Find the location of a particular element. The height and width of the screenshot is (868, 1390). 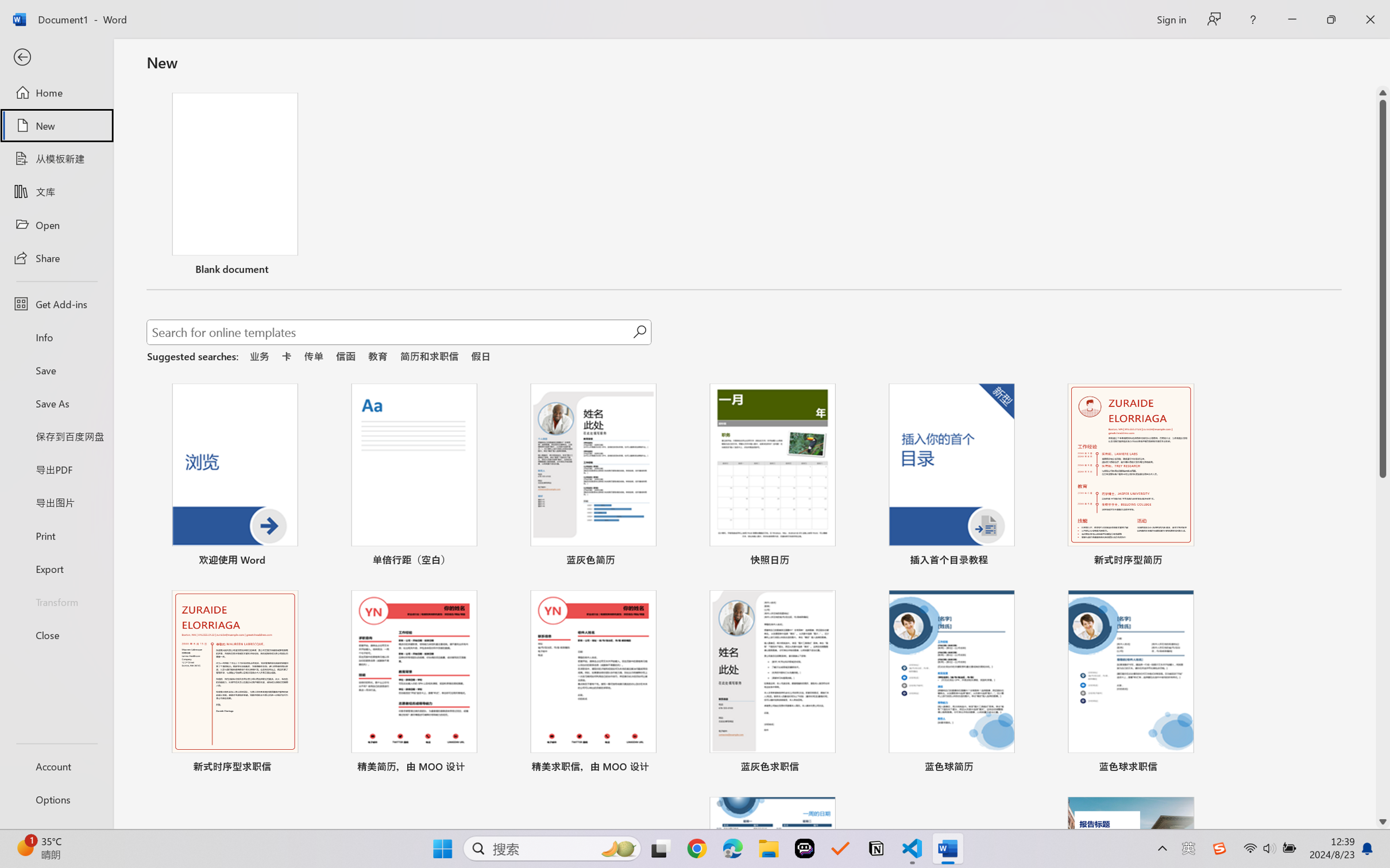

'Get Add-ins' is located at coordinates (56, 303).